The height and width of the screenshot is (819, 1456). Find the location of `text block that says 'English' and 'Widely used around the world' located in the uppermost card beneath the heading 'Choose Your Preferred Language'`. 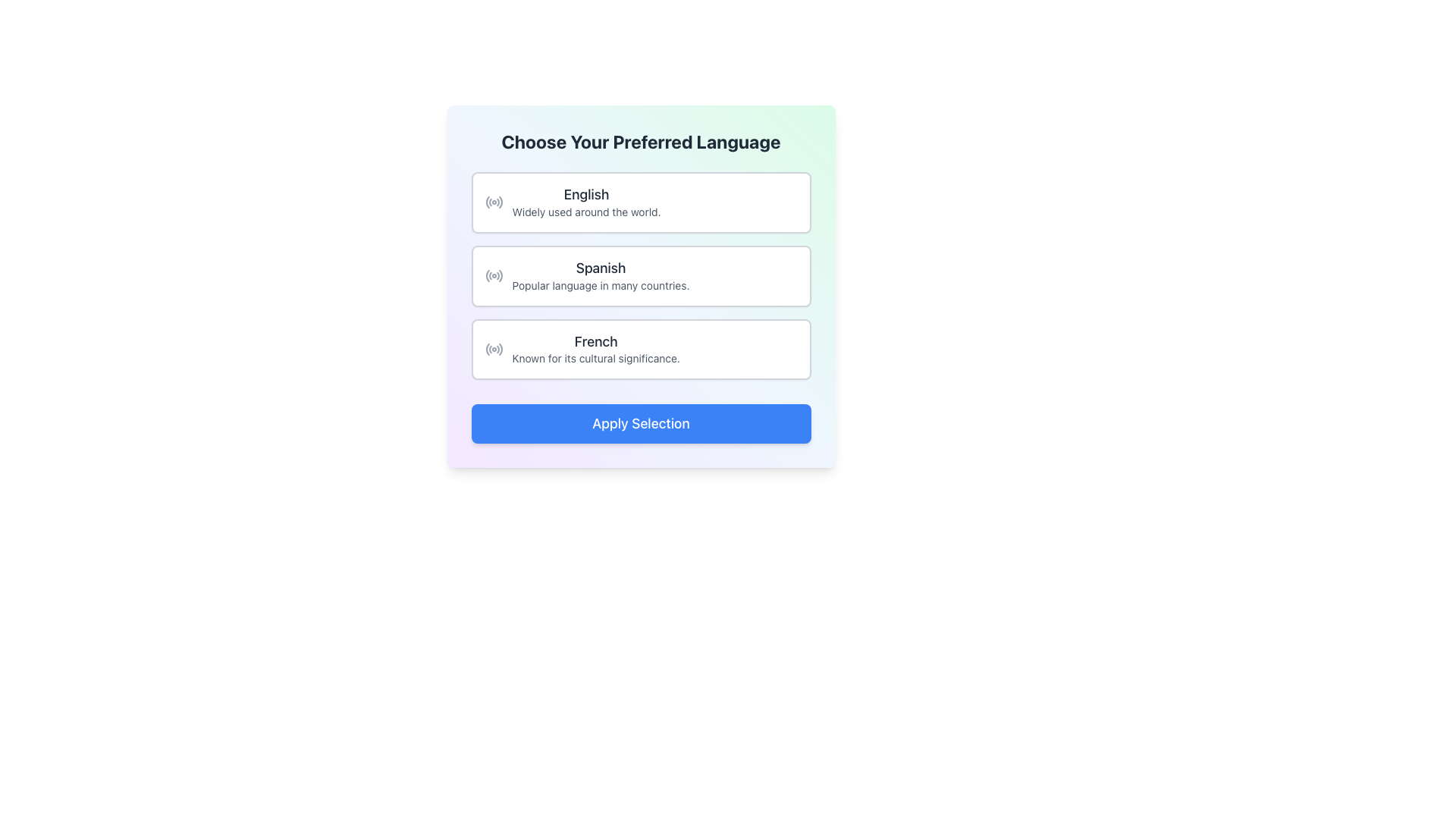

text block that says 'English' and 'Widely used around the world' located in the uppermost card beneath the heading 'Choose Your Preferred Language' is located at coordinates (585, 202).